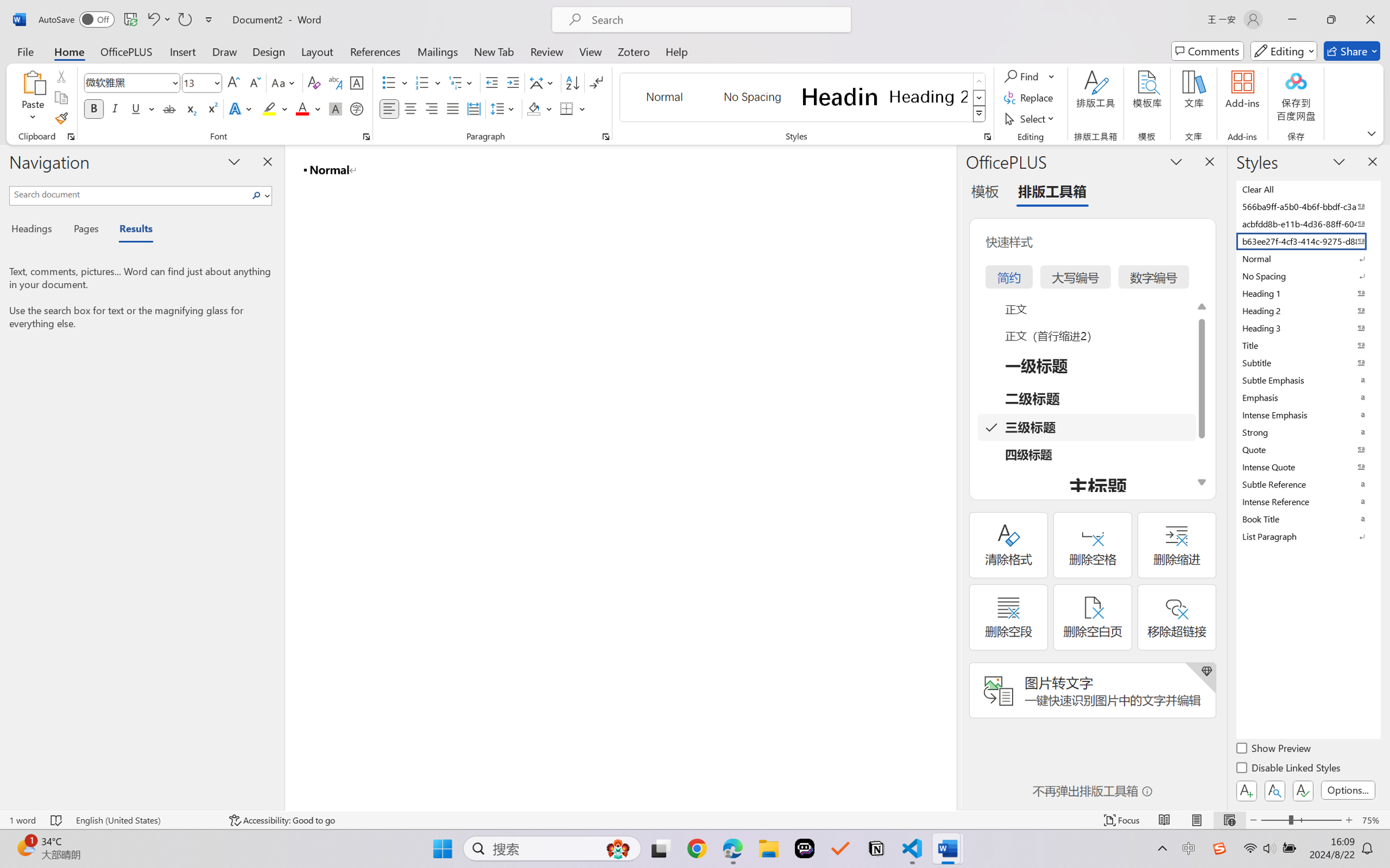  I want to click on 'Copy', so click(60, 98).